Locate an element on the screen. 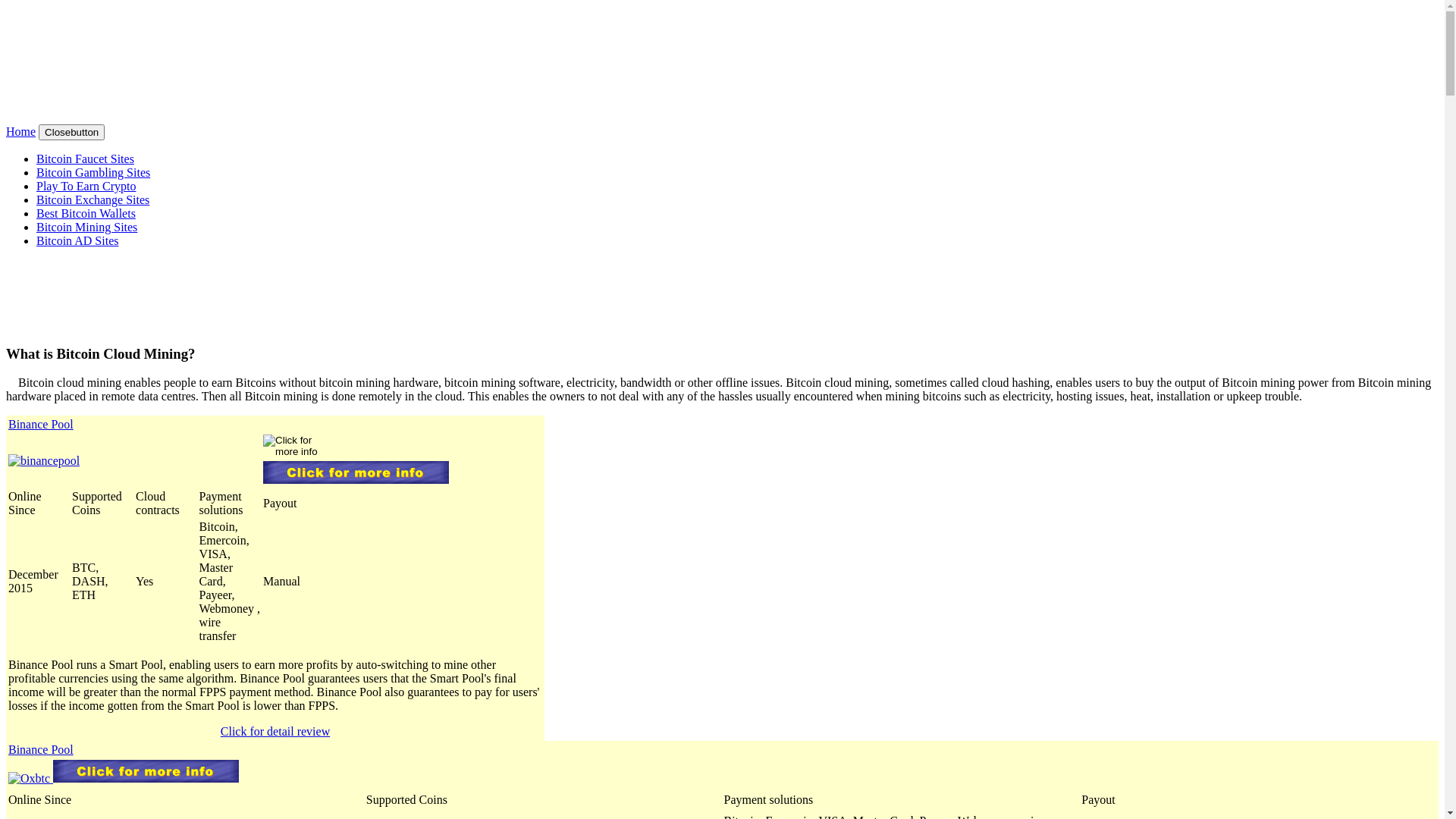 The width and height of the screenshot is (1456, 819). 'Bitcoin Faucet Sites' is located at coordinates (84, 158).